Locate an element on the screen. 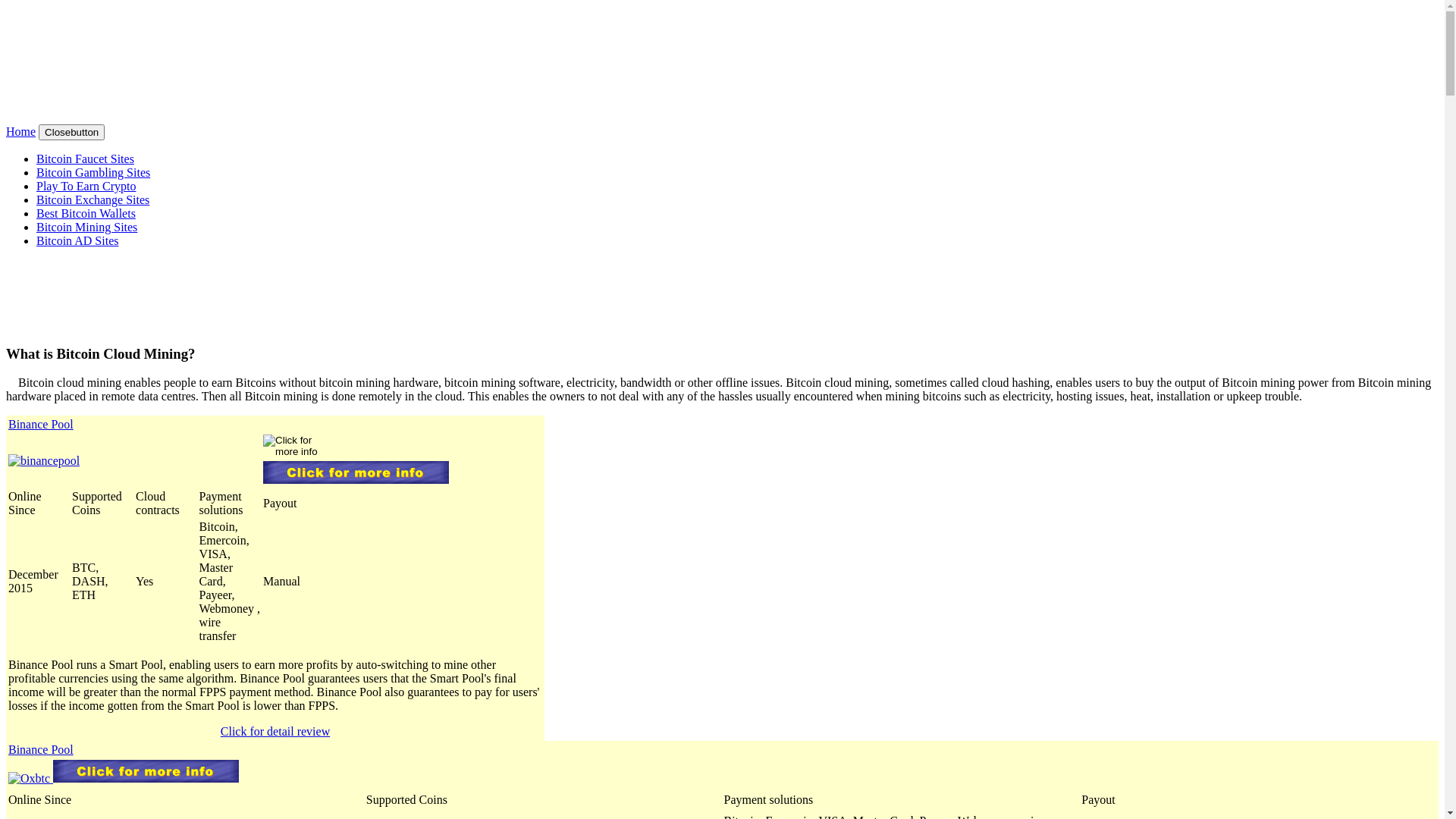 The width and height of the screenshot is (1456, 819). 'Bitcoin Faucet Sites' is located at coordinates (84, 158).